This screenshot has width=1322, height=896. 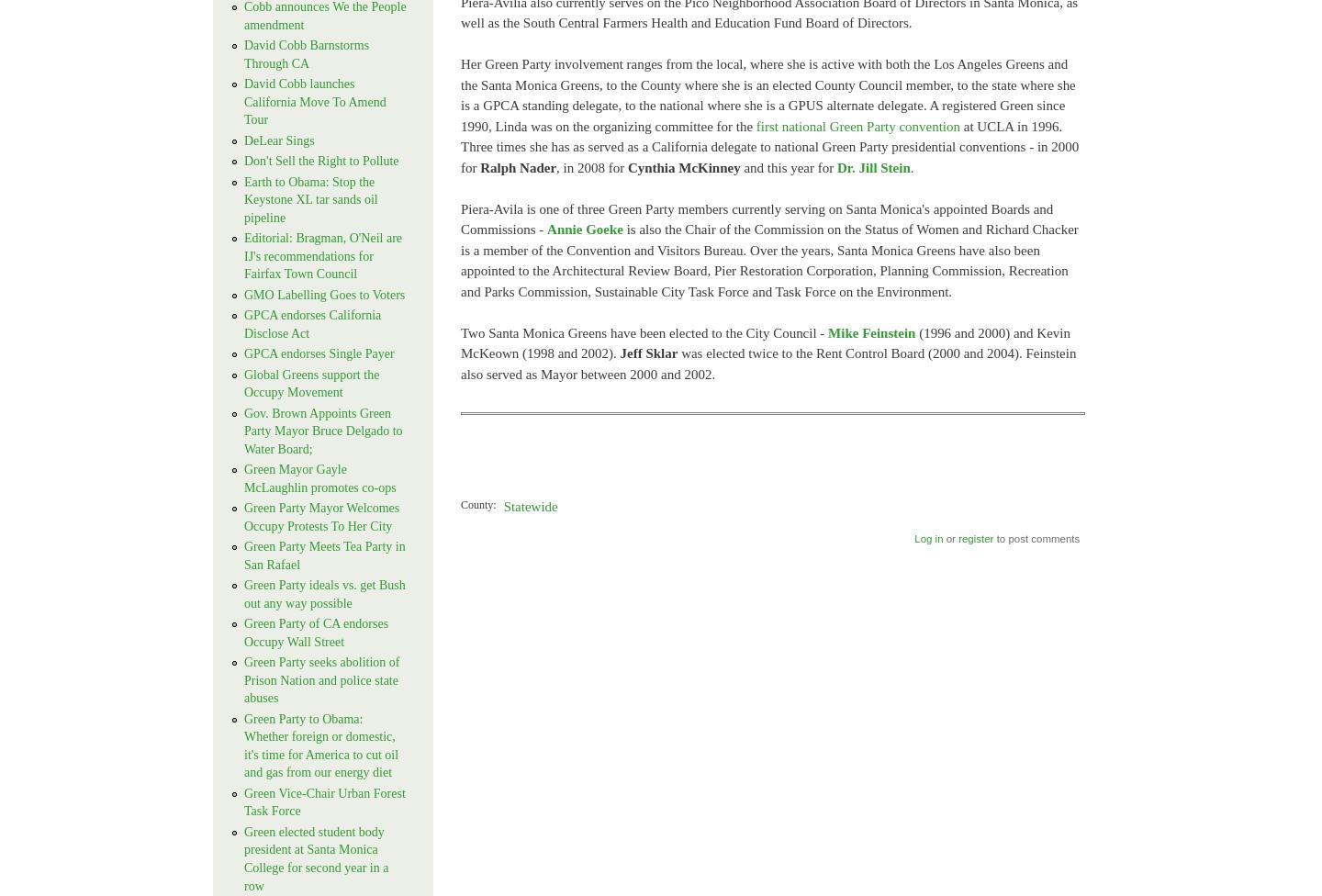 What do you see at coordinates (648, 353) in the screenshot?
I see `'Jeff Sklar'` at bounding box center [648, 353].